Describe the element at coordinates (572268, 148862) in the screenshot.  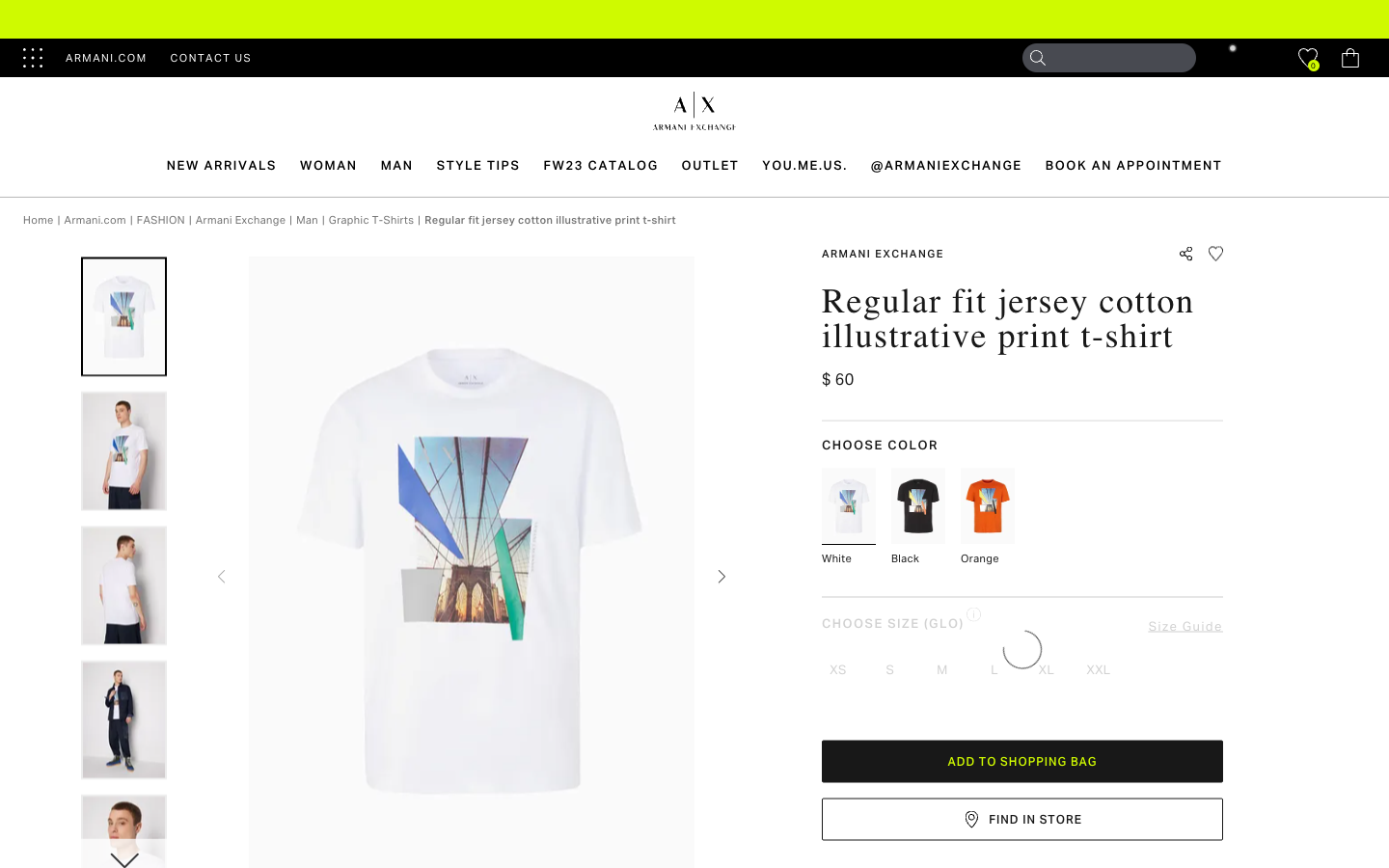
I see `the entire men"s clothing collection by moving the pointer to the men"s section, hitting tab twice and then making the selection` at that location.